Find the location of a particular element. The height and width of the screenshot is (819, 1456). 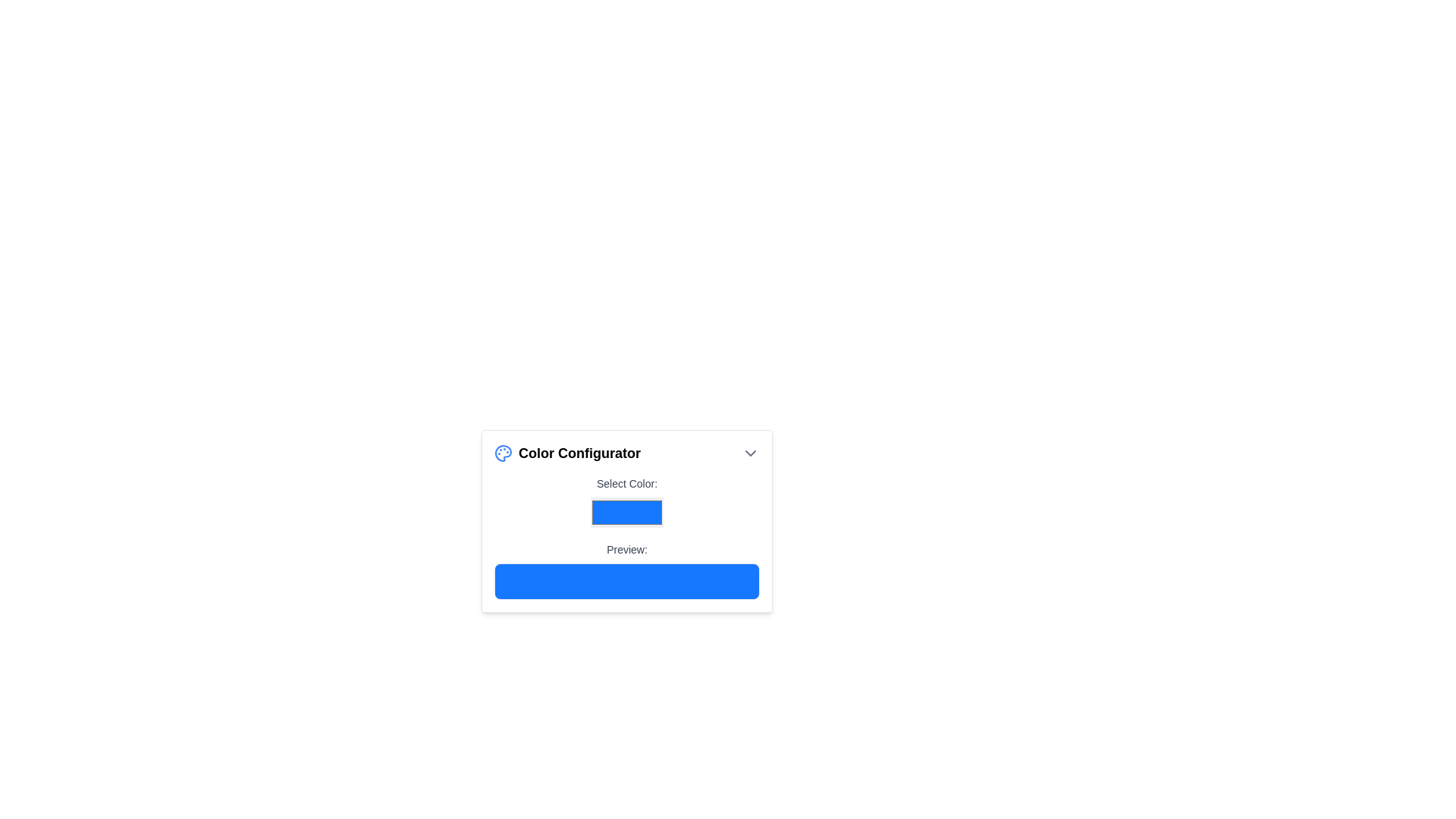

the color input field located in the 'Color Configurator' section, directly below the label 'Select Color:' is located at coordinates (626, 503).